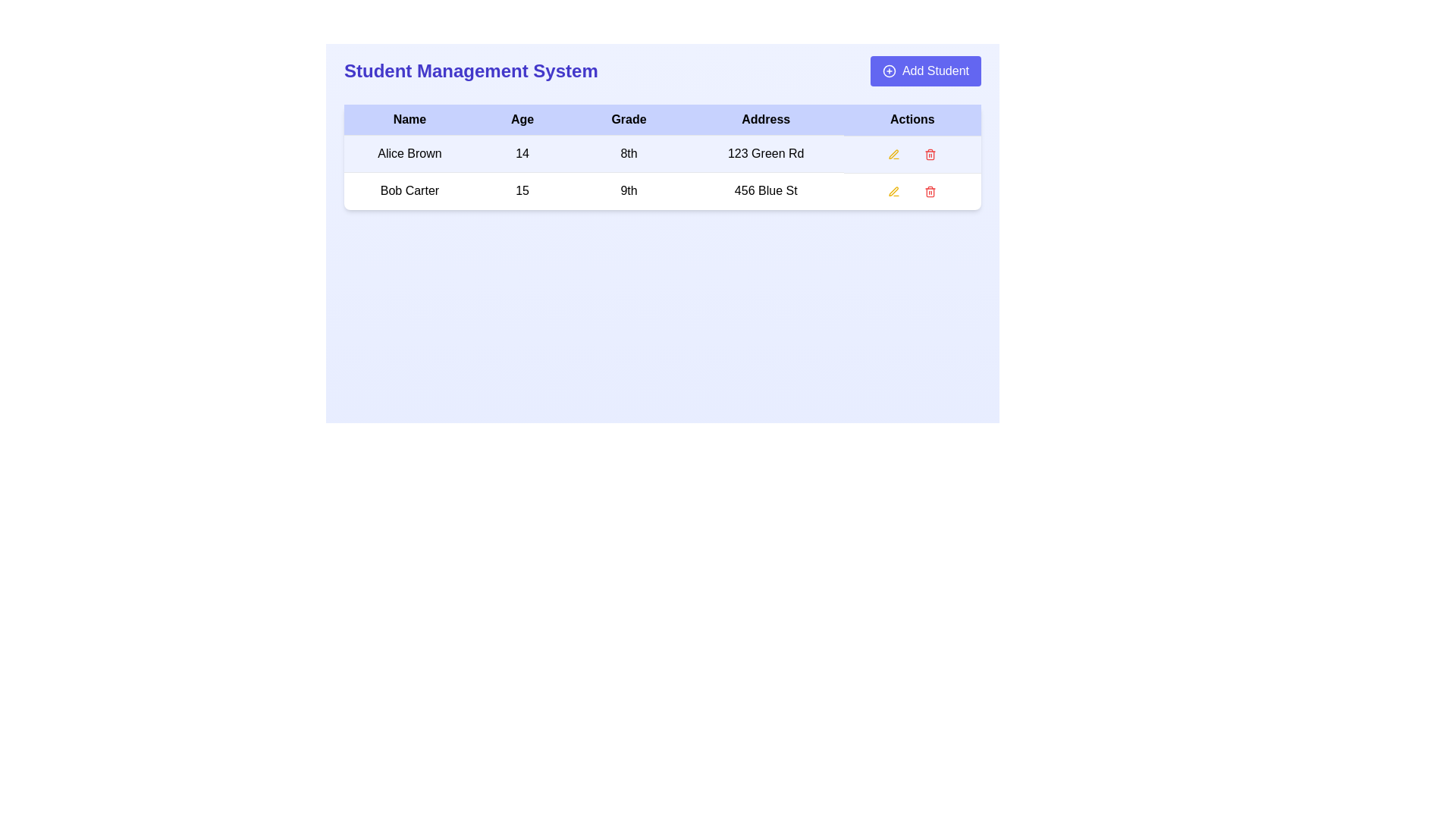 The height and width of the screenshot is (819, 1456). I want to click on the static text label displaying 'Alice Brown', located in the first cell of the first row under the 'Name' column in the table, so click(409, 154).